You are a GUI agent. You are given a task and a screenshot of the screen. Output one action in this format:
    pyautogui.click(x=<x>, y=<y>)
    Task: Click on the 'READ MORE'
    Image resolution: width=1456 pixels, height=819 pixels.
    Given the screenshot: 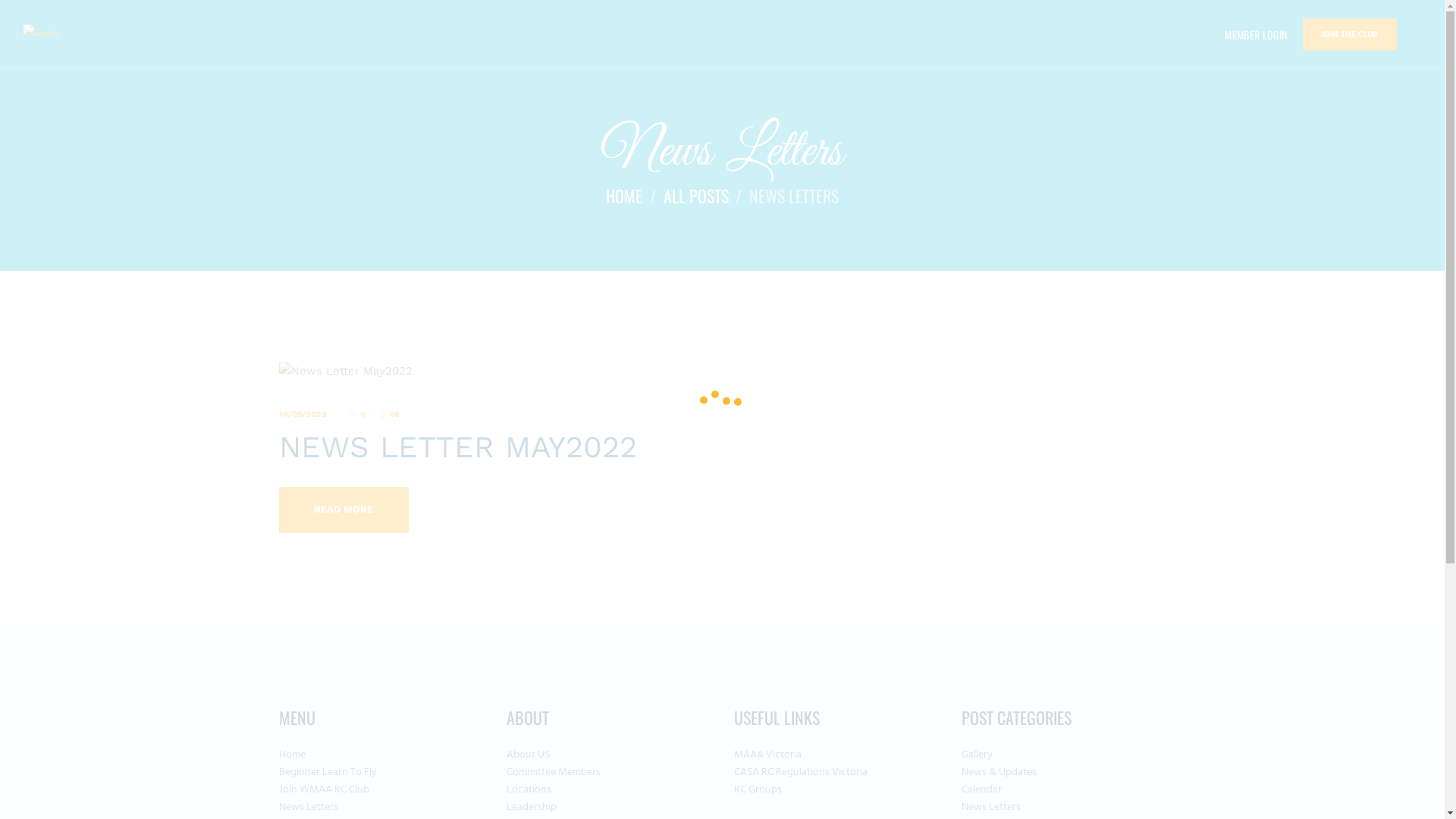 What is the action you would take?
    pyautogui.click(x=343, y=510)
    